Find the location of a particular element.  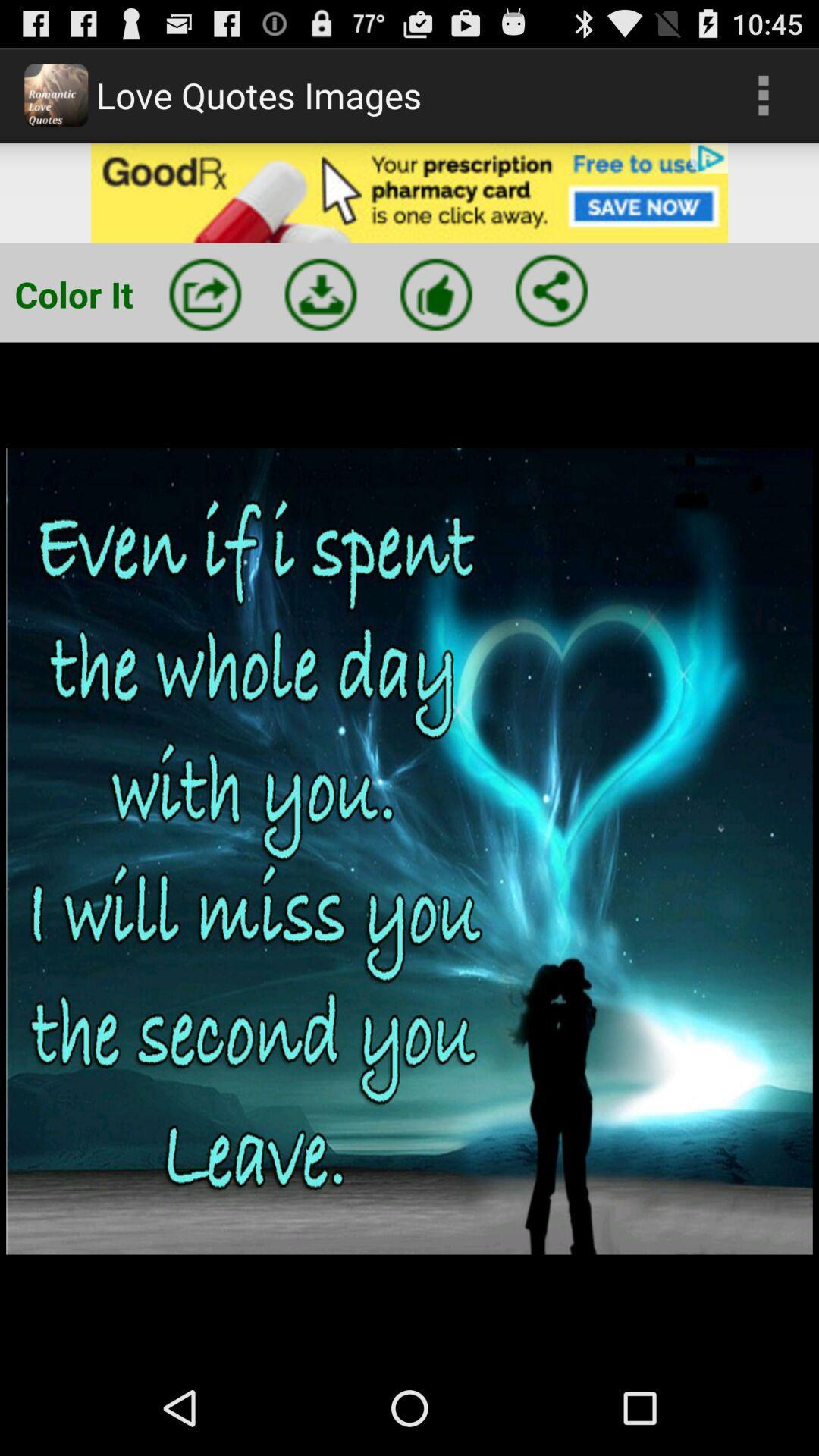

share the image is located at coordinates (551, 290).